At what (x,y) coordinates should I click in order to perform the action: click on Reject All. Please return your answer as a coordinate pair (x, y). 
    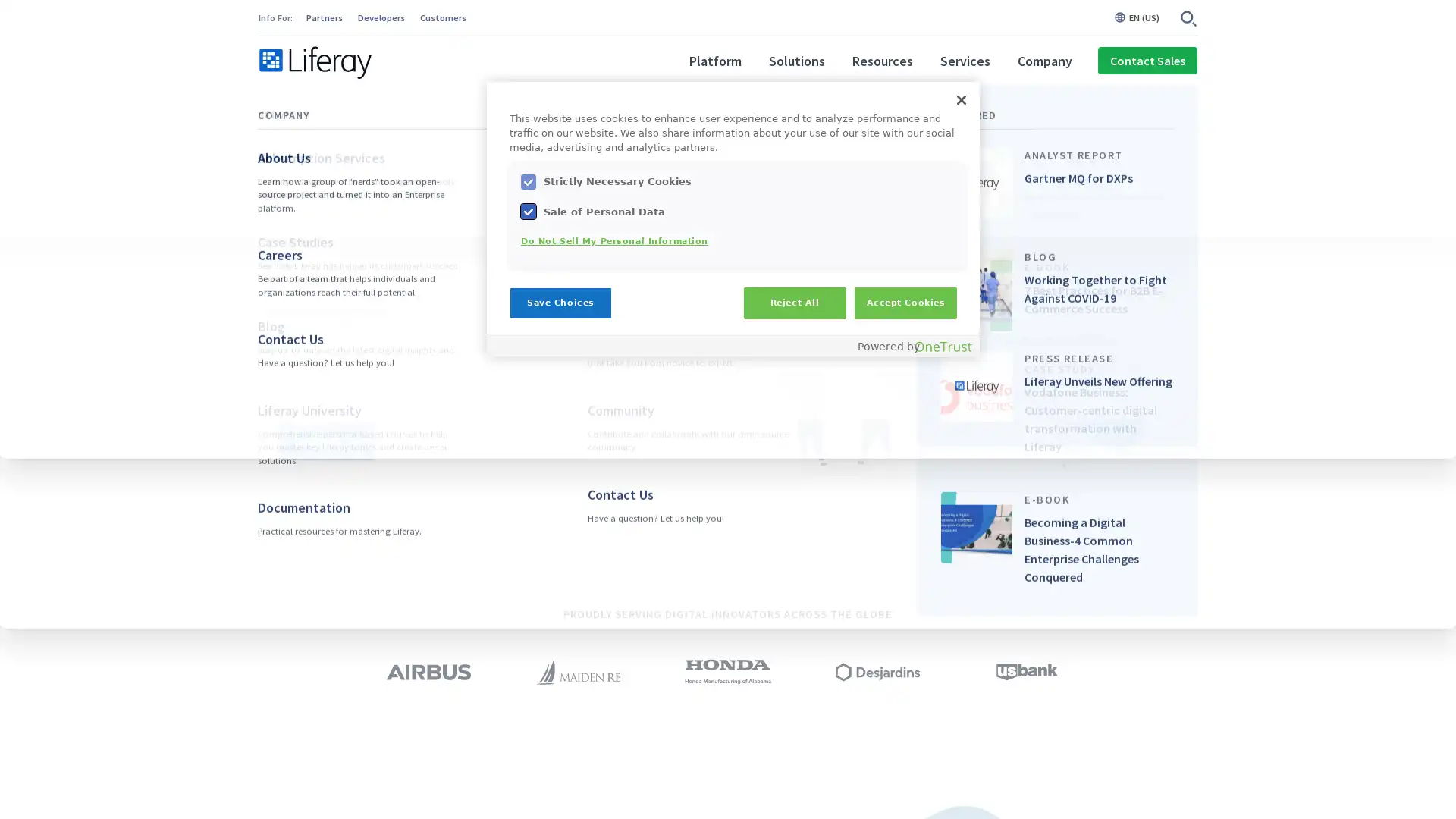
    Looking at the image, I should click on (793, 302).